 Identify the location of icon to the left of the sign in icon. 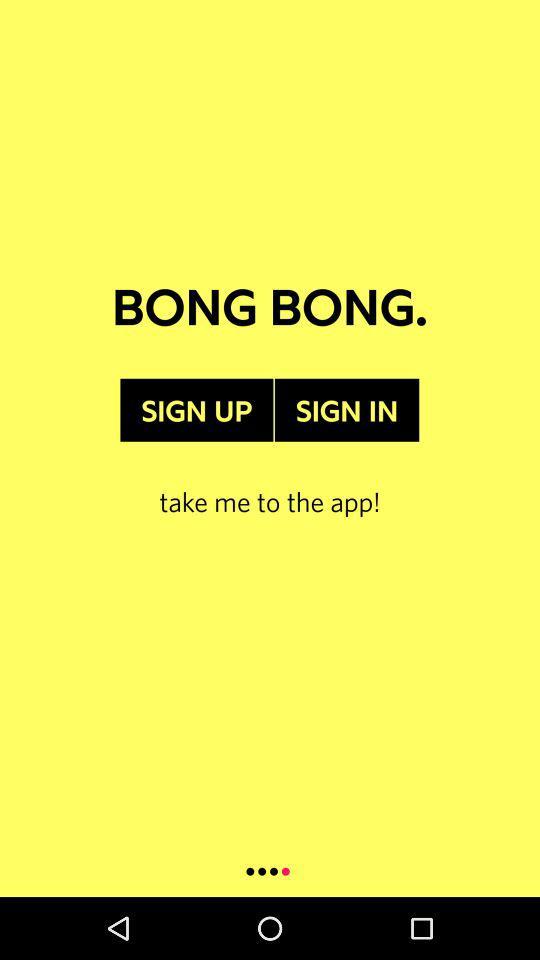
(196, 409).